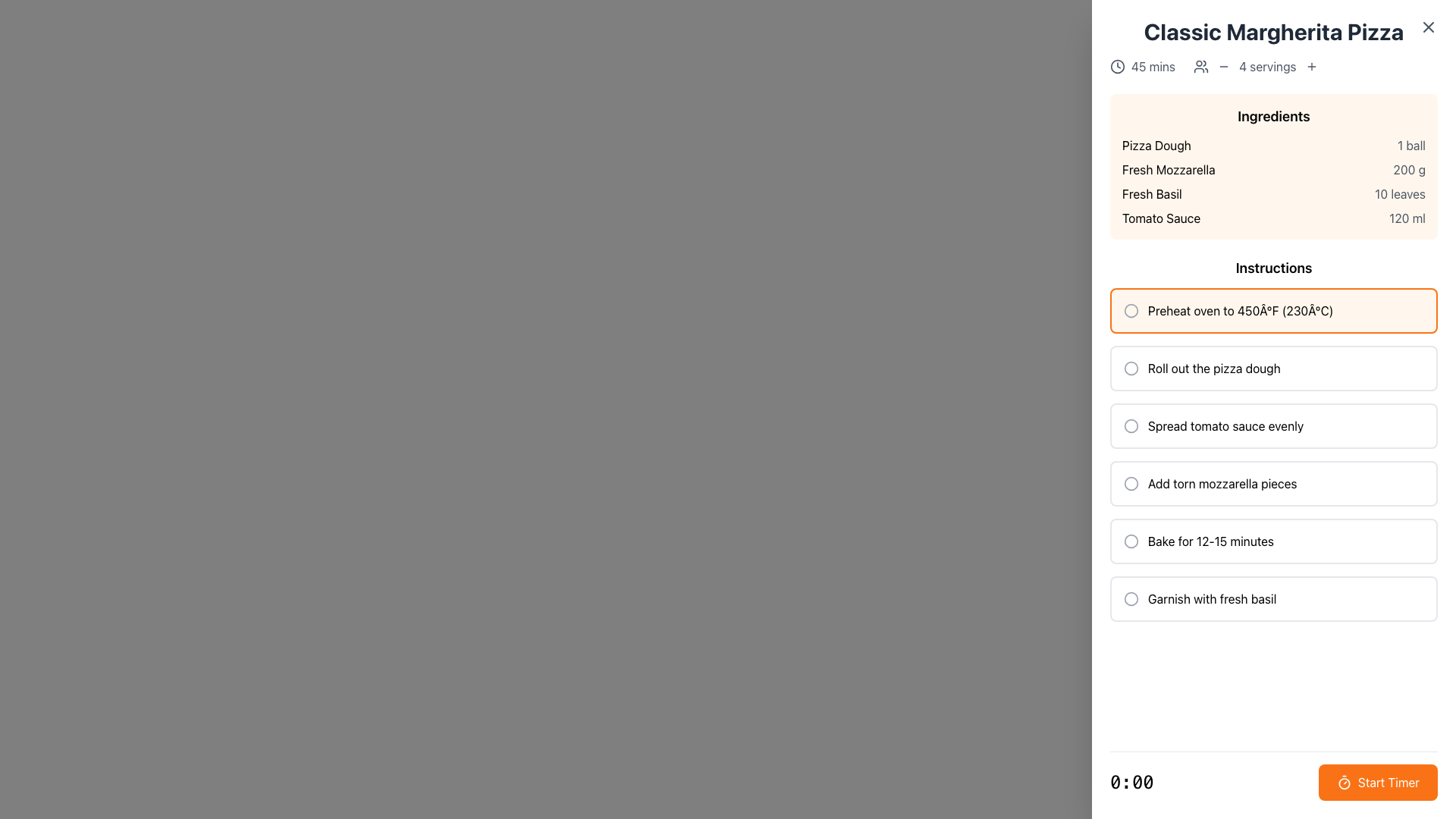 The image size is (1456, 819). What do you see at coordinates (1274, 309) in the screenshot?
I see `the instructional text guiding the user to preheat the oven, located in the 'Instructions' section below the 'Classic Margherita Pizza' header` at bounding box center [1274, 309].